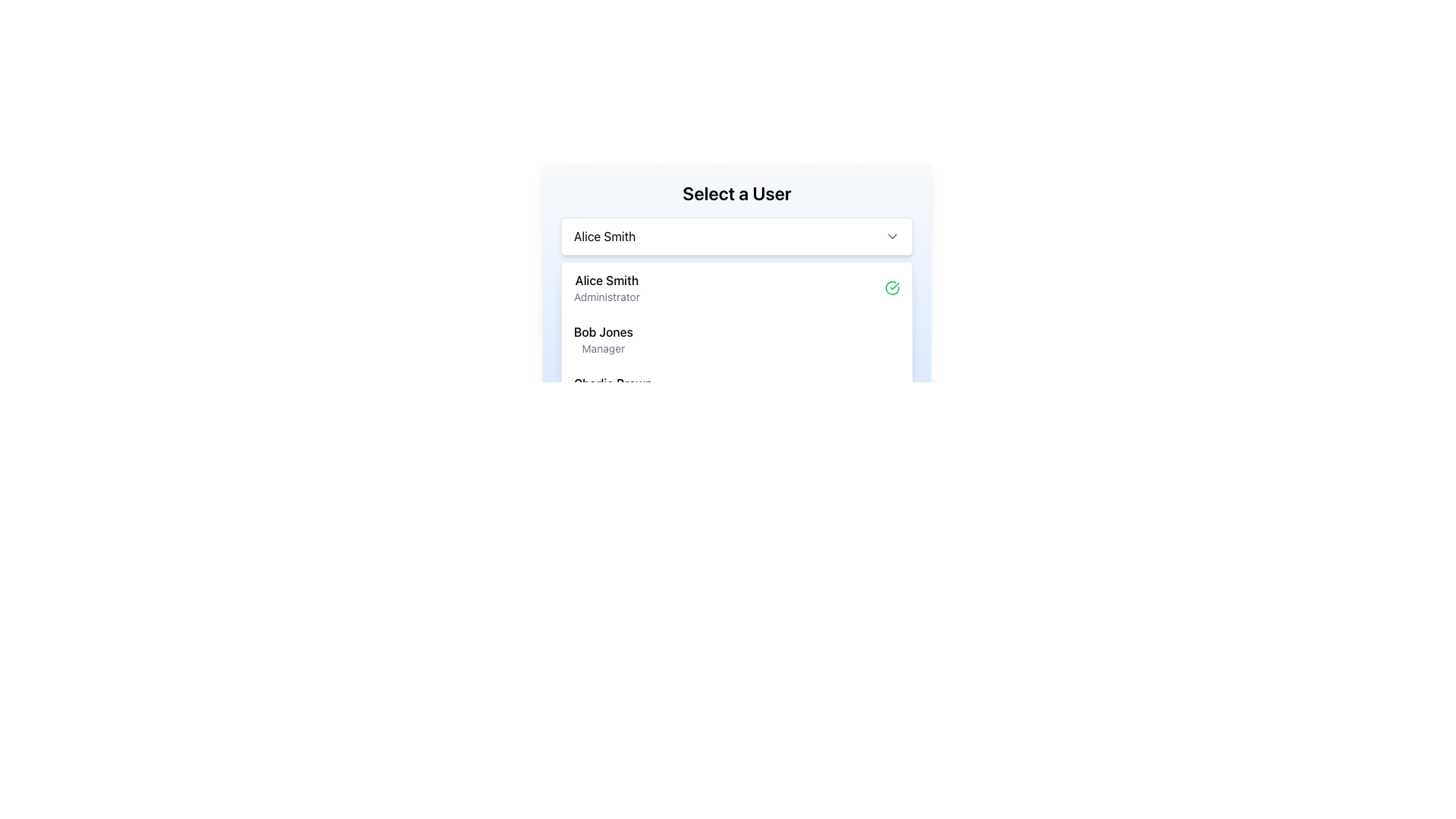 The width and height of the screenshot is (1456, 819). Describe the element at coordinates (892, 288) in the screenshot. I see `the selection status icon for 'Alice Smith', which indicates her selection in the user list` at that location.